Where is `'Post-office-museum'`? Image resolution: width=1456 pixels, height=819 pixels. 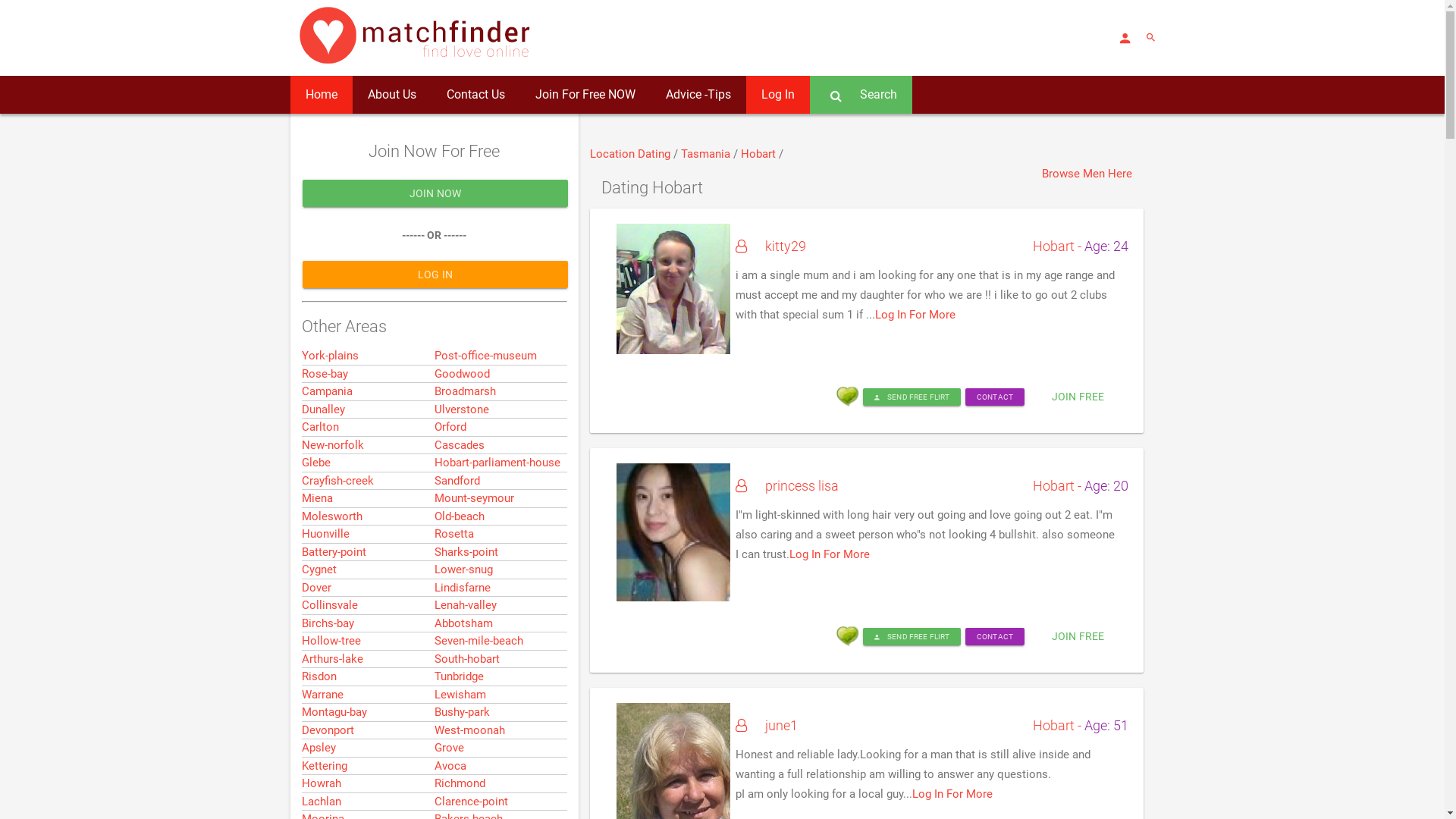
'Post-office-museum' is located at coordinates (432, 356).